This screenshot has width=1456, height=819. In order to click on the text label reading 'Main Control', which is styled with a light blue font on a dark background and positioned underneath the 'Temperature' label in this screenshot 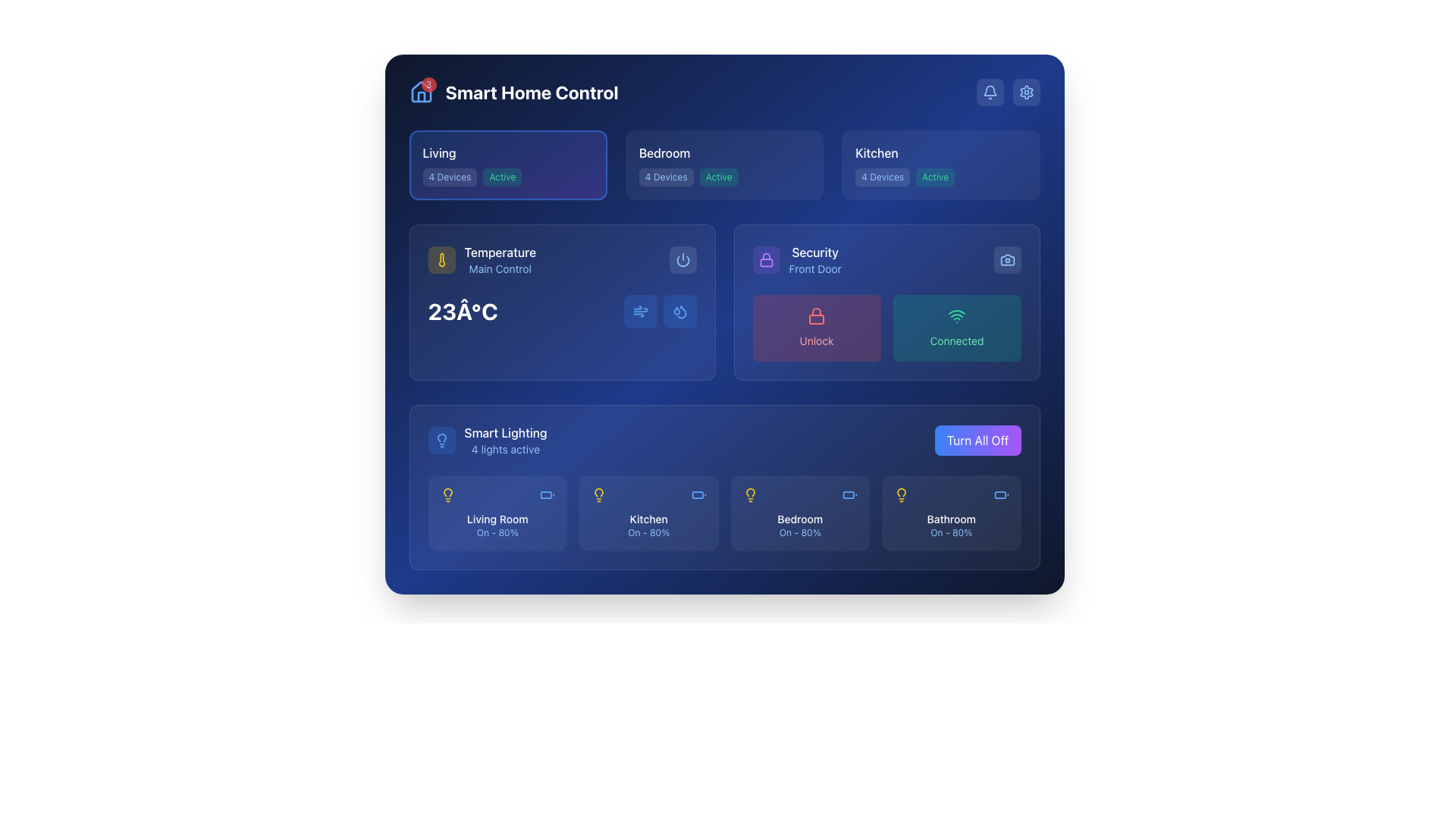, I will do `click(500, 268)`.